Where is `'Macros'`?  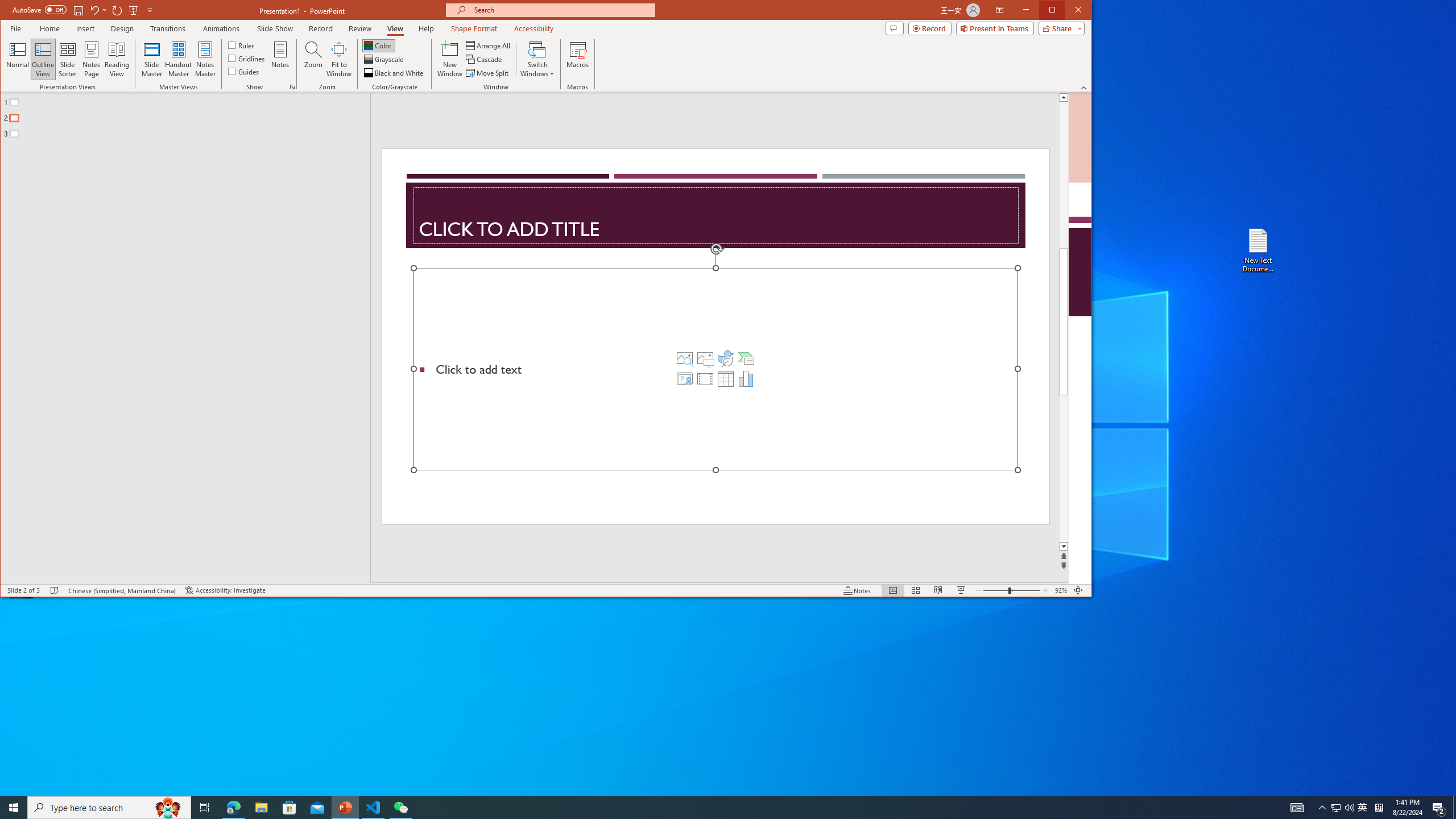 'Macros' is located at coordinates (577, 59).